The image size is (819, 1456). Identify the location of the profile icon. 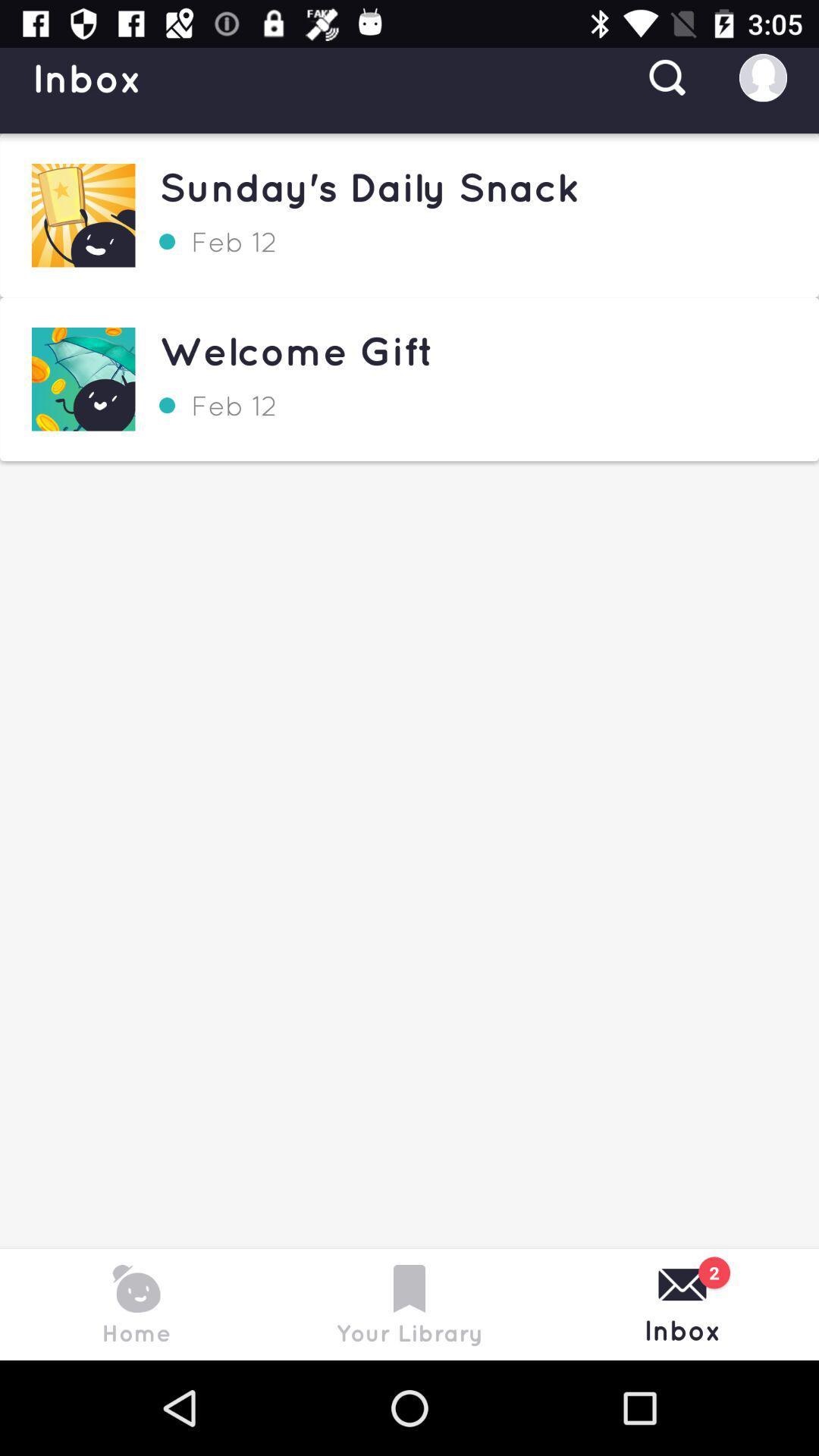
(763, 77).